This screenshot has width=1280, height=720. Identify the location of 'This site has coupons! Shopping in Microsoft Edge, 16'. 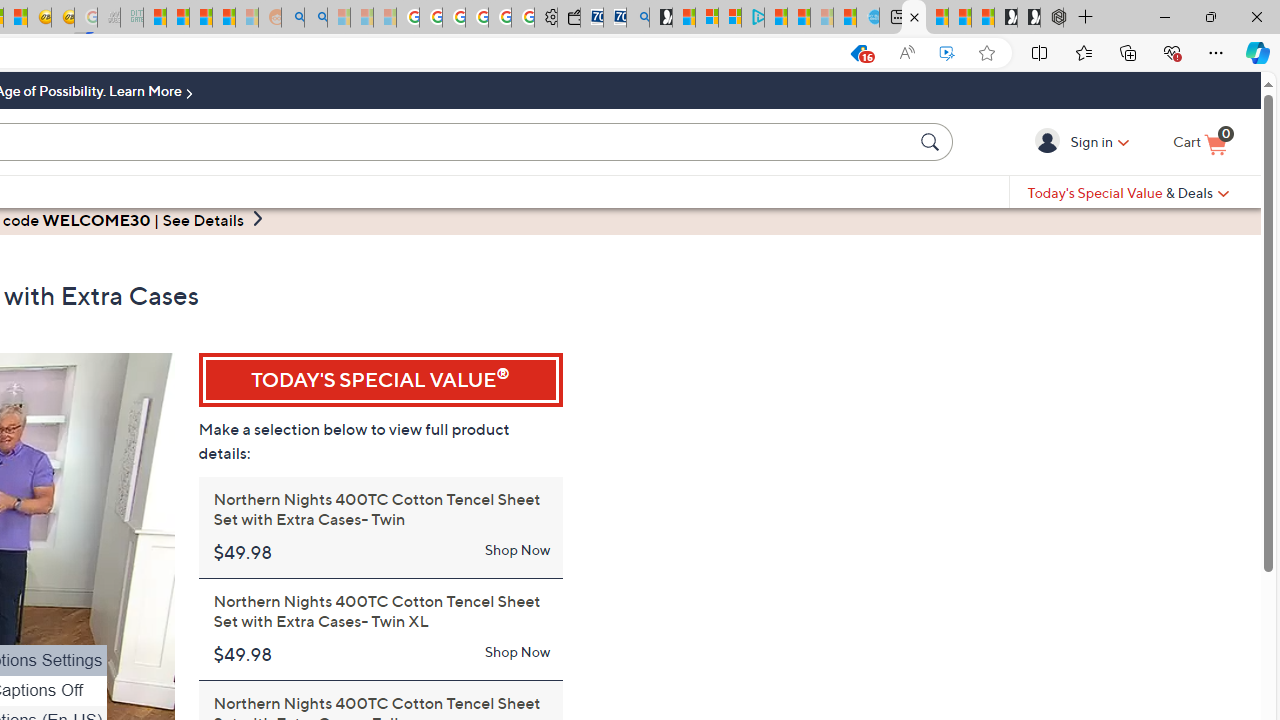
(858, 52).